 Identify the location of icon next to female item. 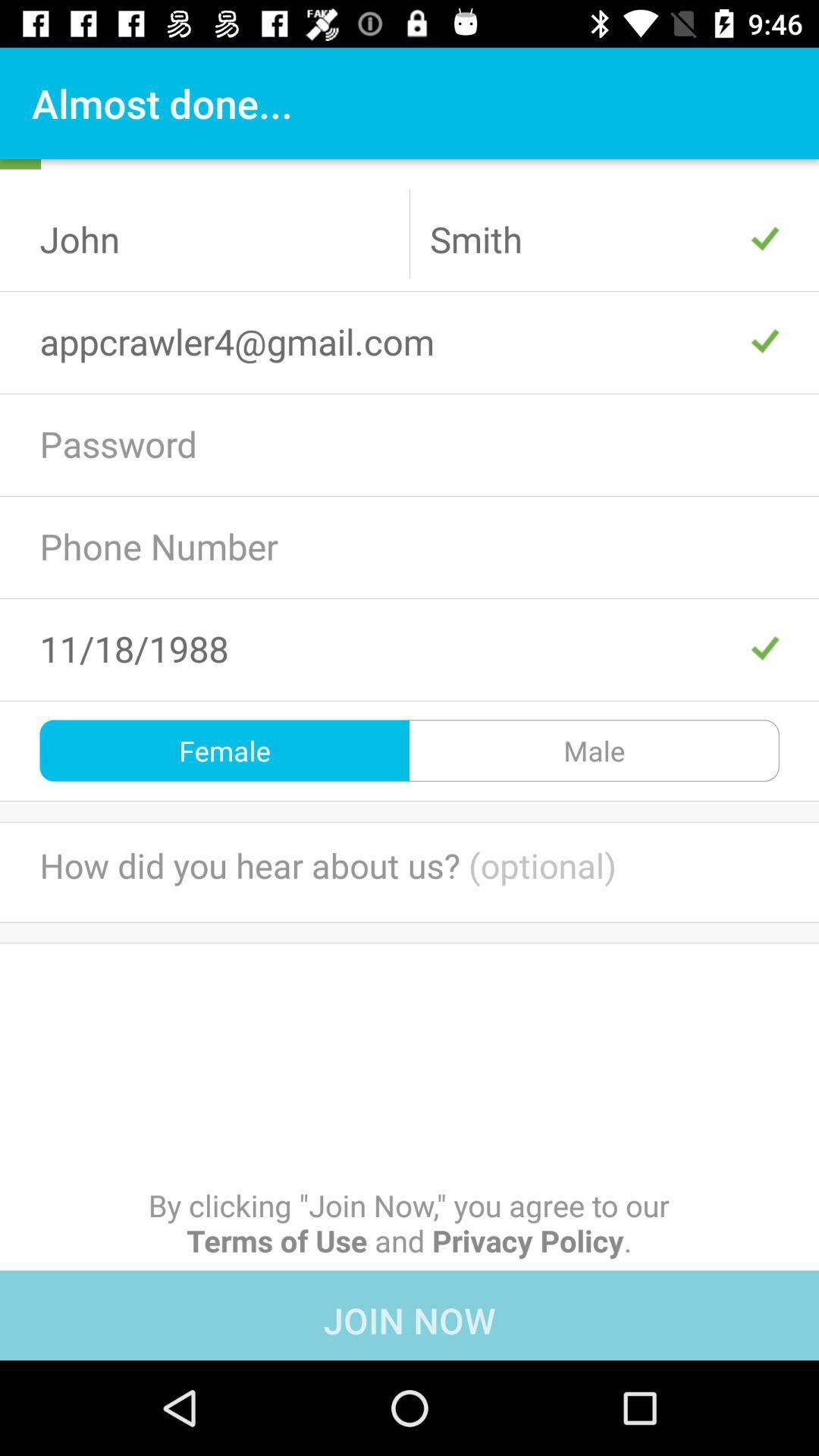
(593, 750).